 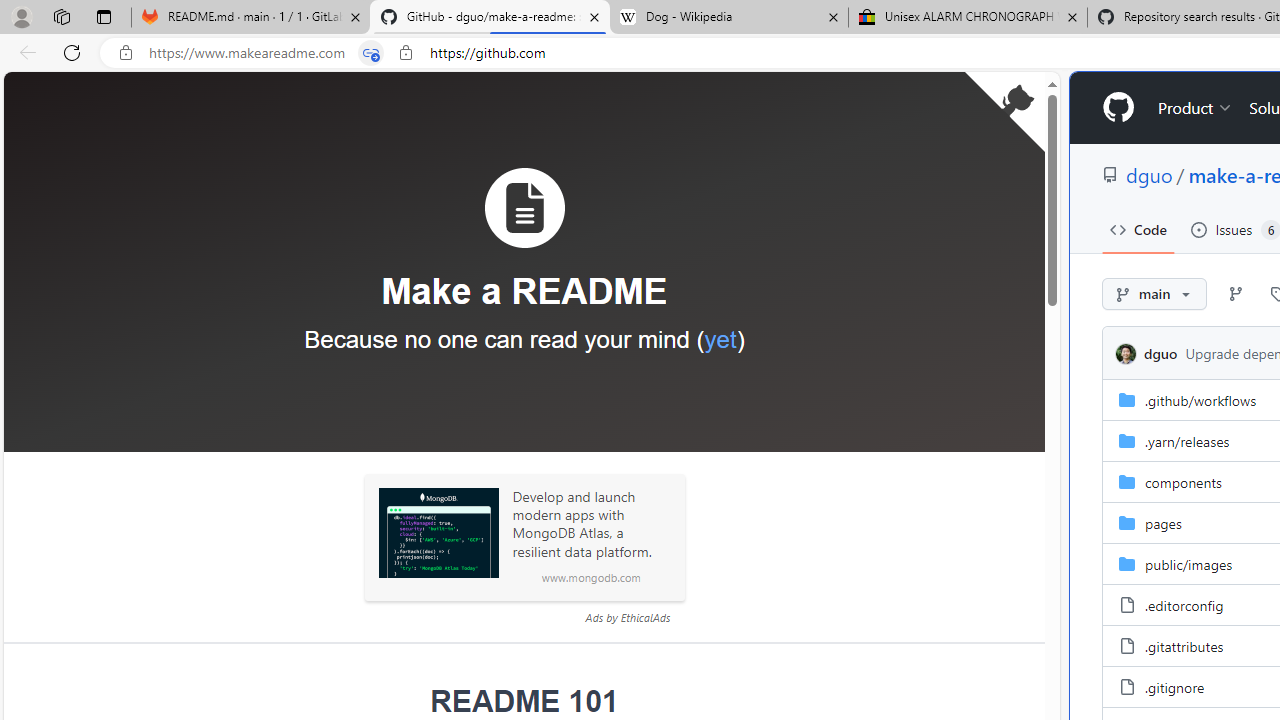 What do you see at coordinates (1235, 294) in the screenshot?
I see `'Go to Branches page'` at bounding box center [1235, 294].